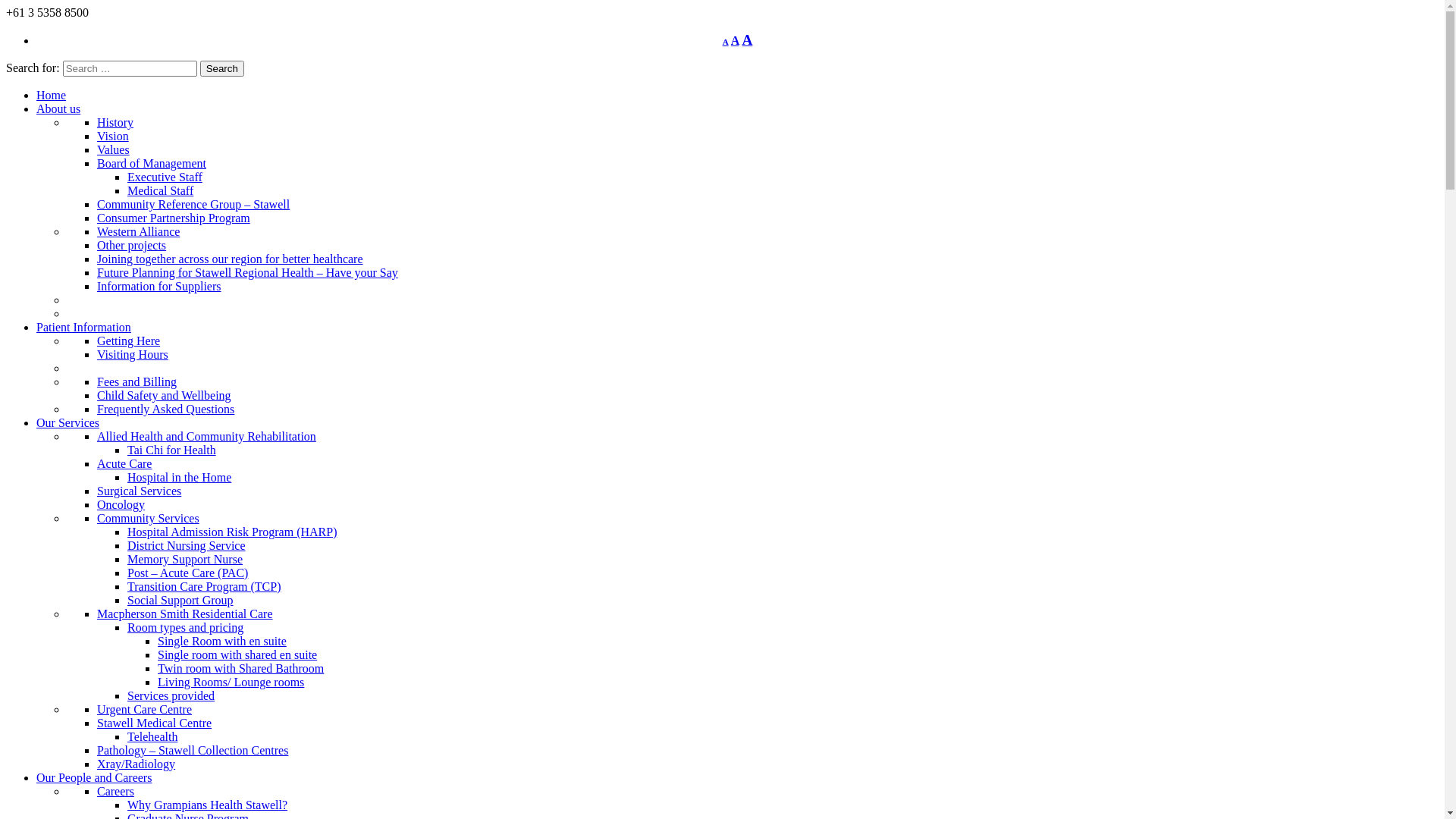  I want to click on 'Child Safety and Wellbeing', so click(96, 394).